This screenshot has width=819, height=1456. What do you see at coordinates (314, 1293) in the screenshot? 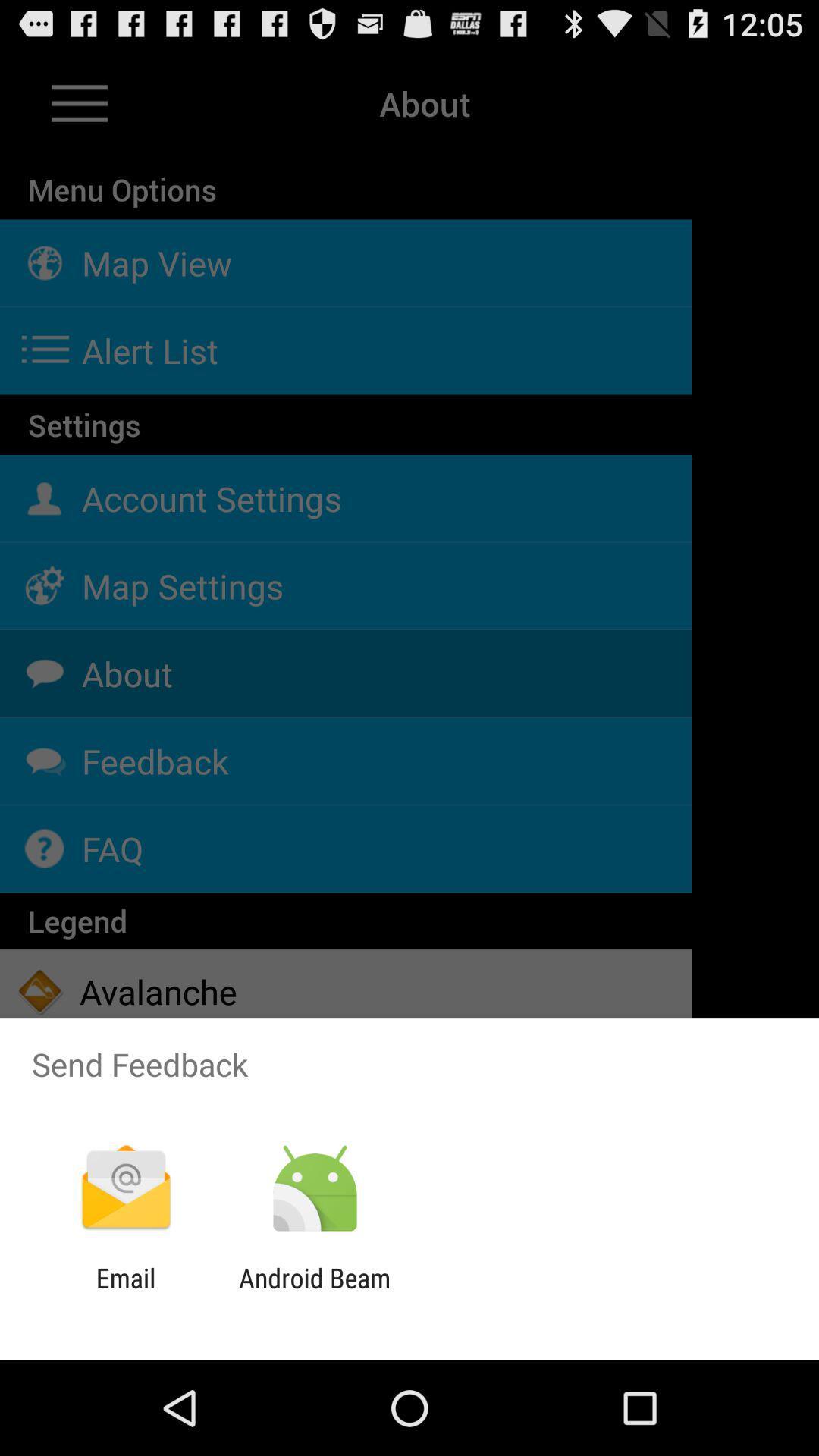
I see `the android beam` at bounding box center [314, 1293].